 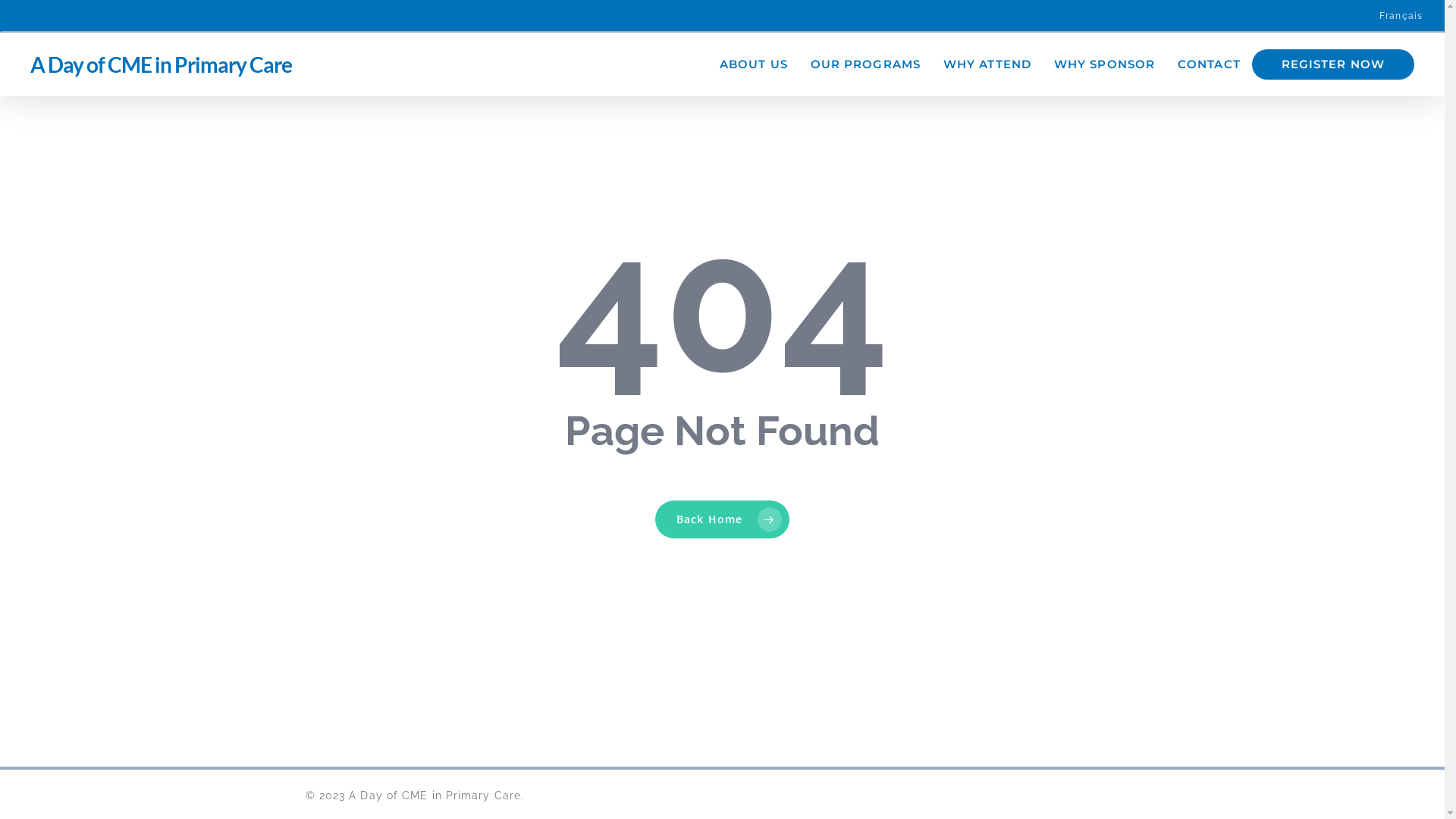 I want to click on 'WHY SPONSOR', so click(x=1104, y=63).